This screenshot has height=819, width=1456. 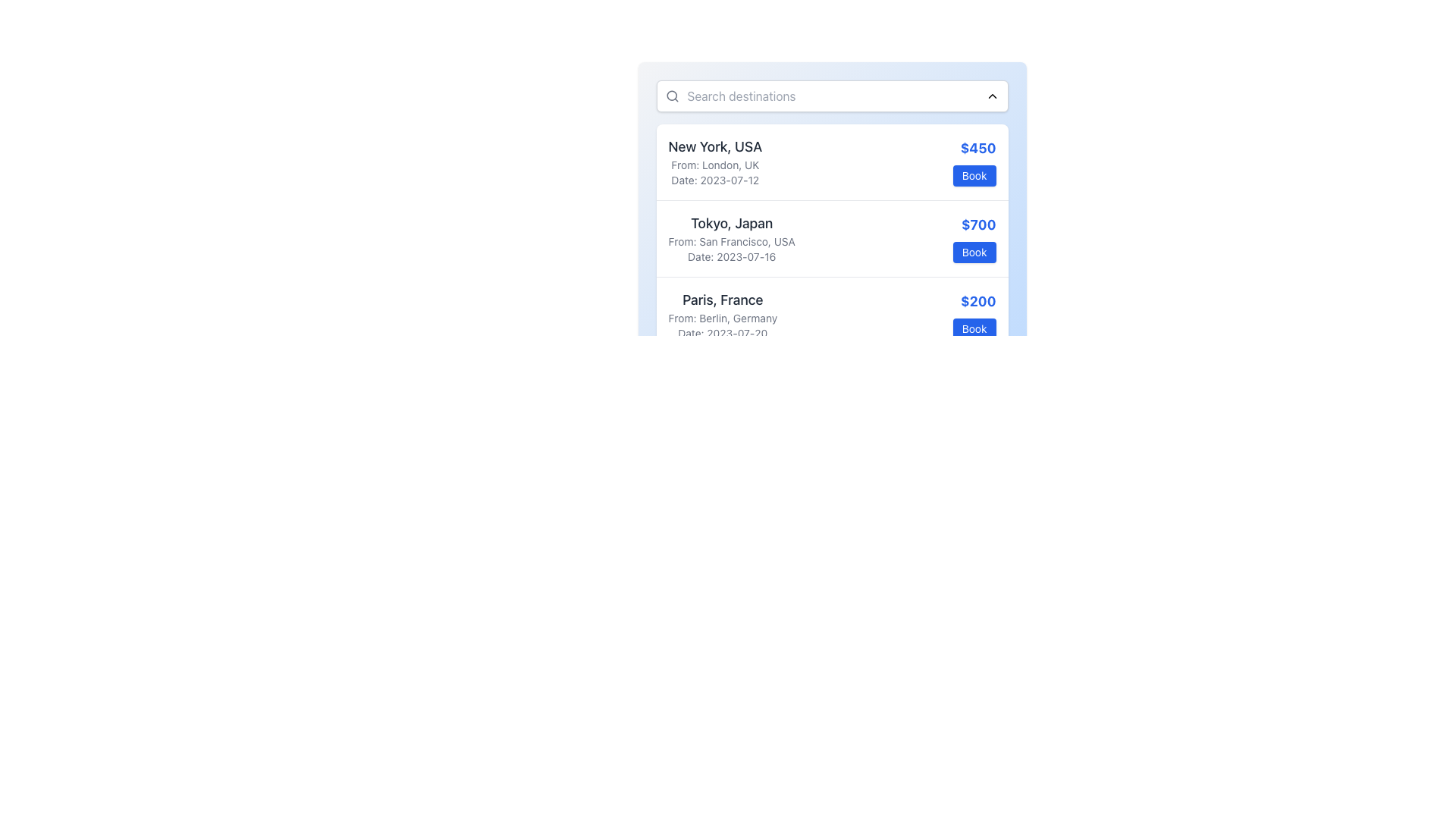 What do you see at coordinates (670, 96) in the screenshot?
I see `the decorative circle of the magnifying glass icon located at the left edge of the 'Search destinations' text input` at bounding box center [670, 96].